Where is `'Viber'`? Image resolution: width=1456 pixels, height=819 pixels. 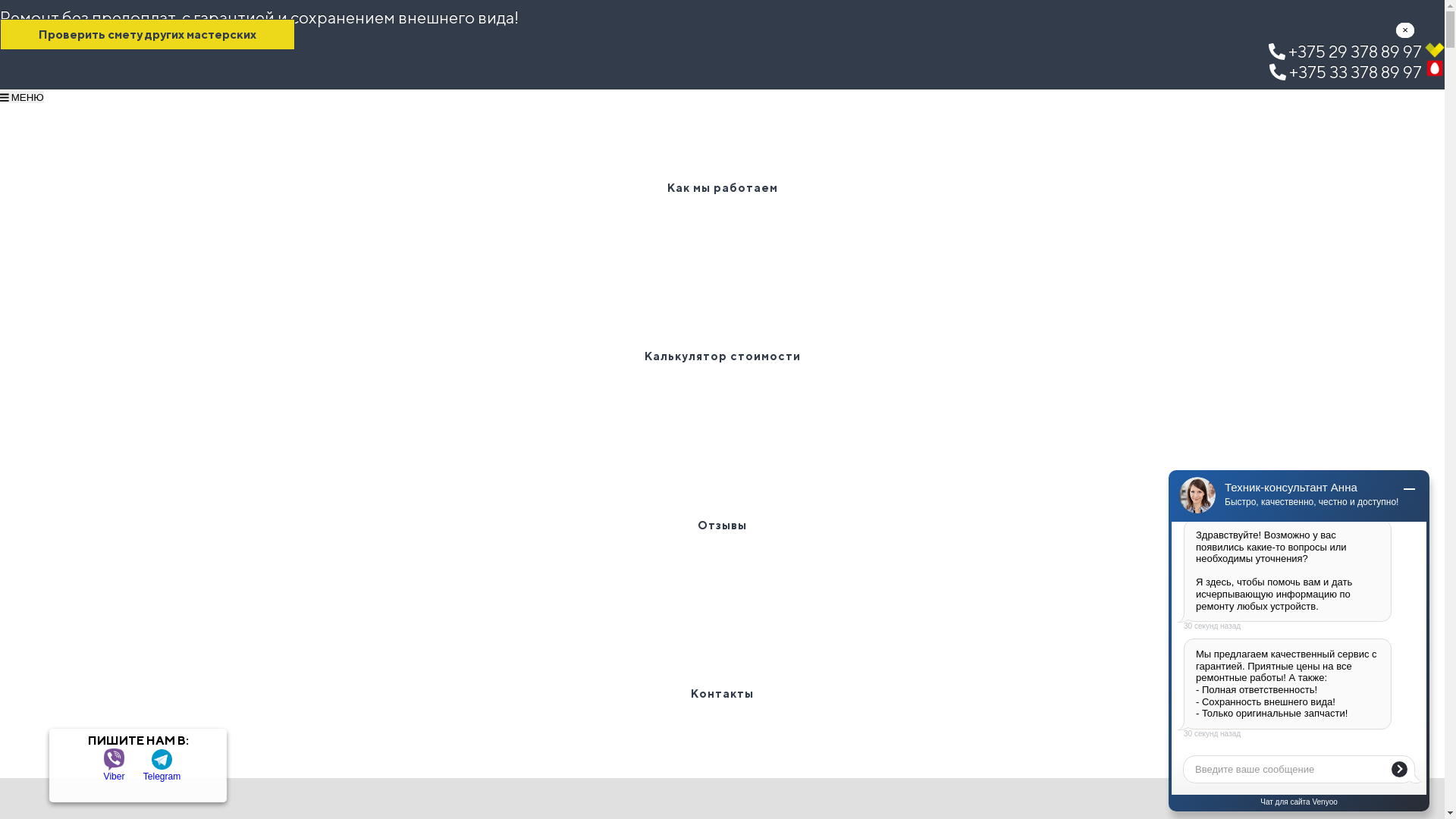 'Viber' is located at coordinates (112, 759).